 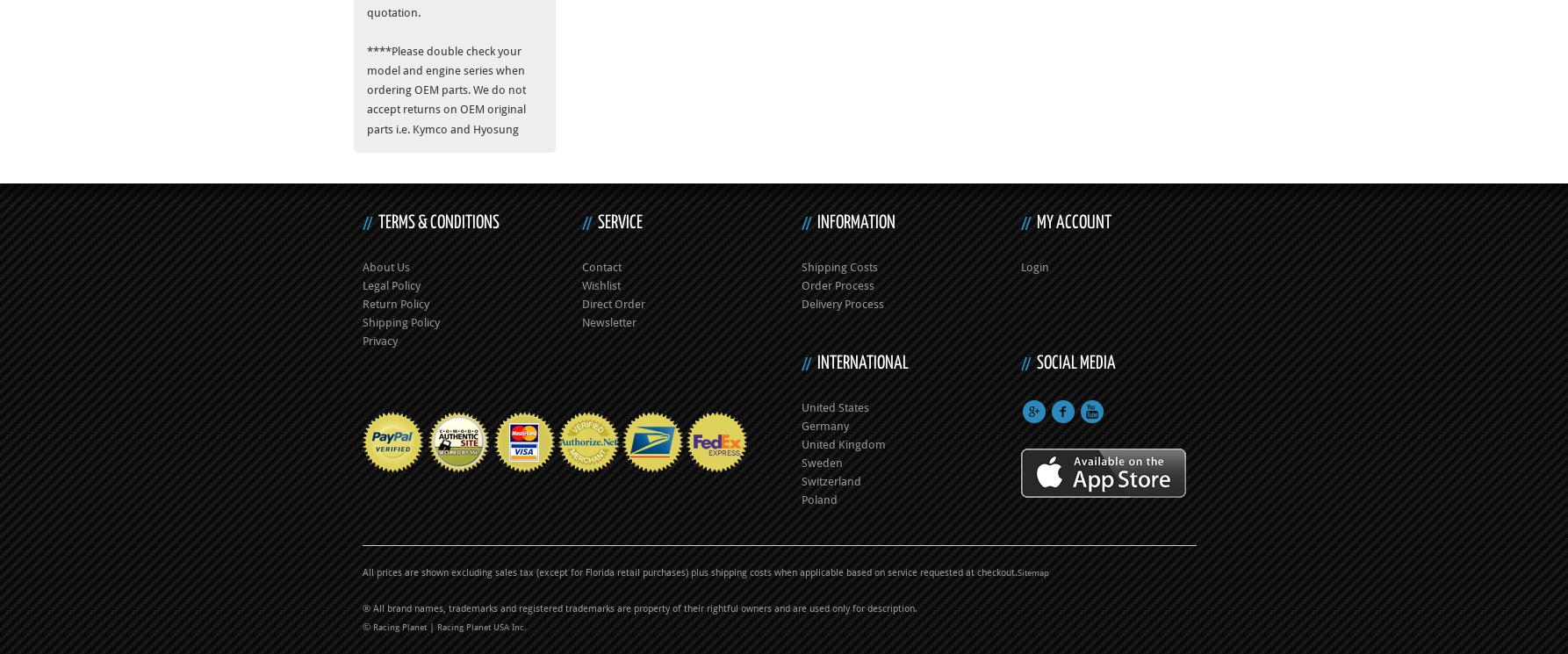 I want to click on 'Order Process', so click(x=838, y=284).